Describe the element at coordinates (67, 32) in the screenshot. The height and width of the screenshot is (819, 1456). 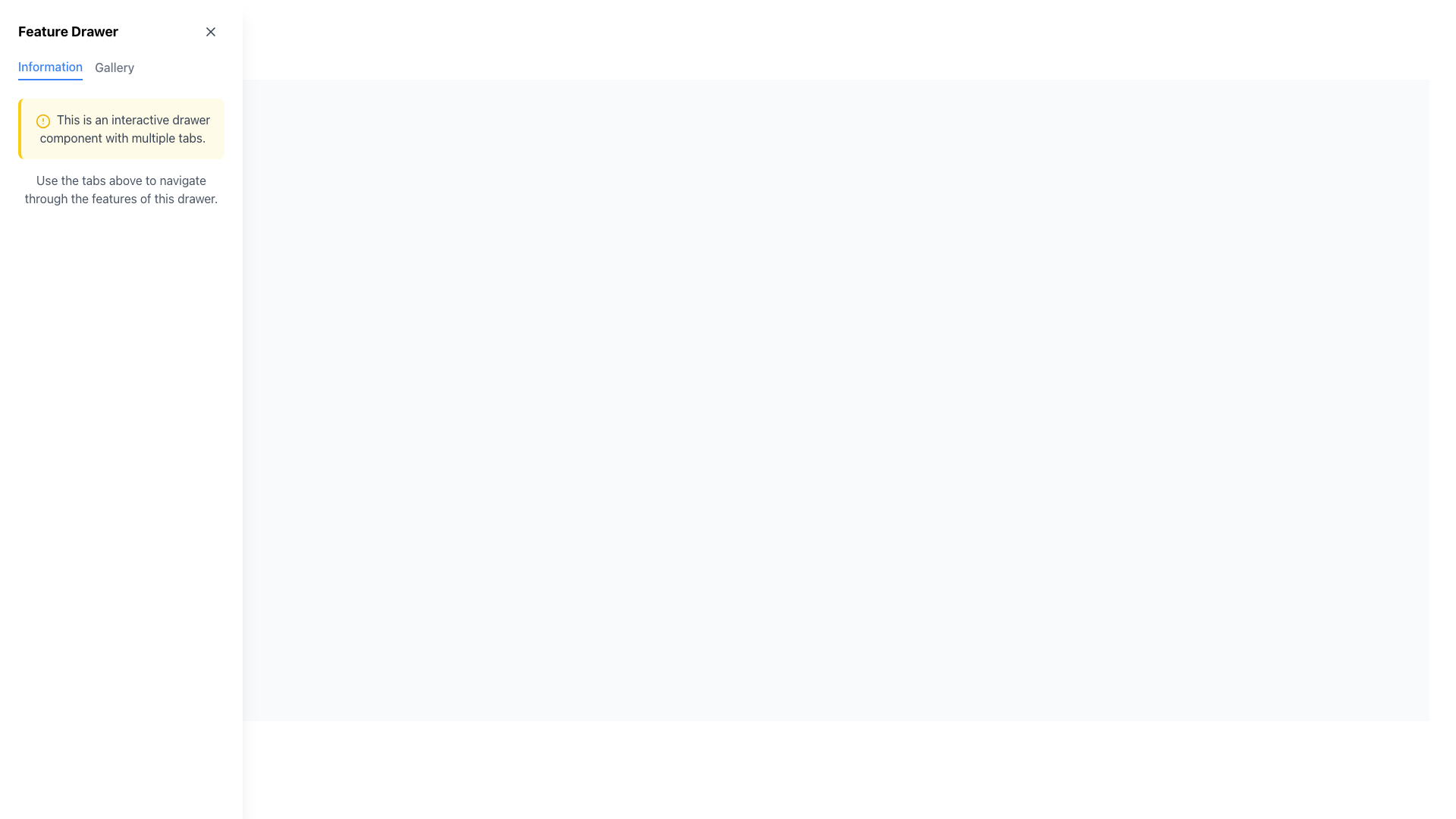
I see `the static text label displaying 'Feature Drawer', which is prominently styled and located at the top-left corner of the panel, aligned to the left next to the 'X' icon` at that location.